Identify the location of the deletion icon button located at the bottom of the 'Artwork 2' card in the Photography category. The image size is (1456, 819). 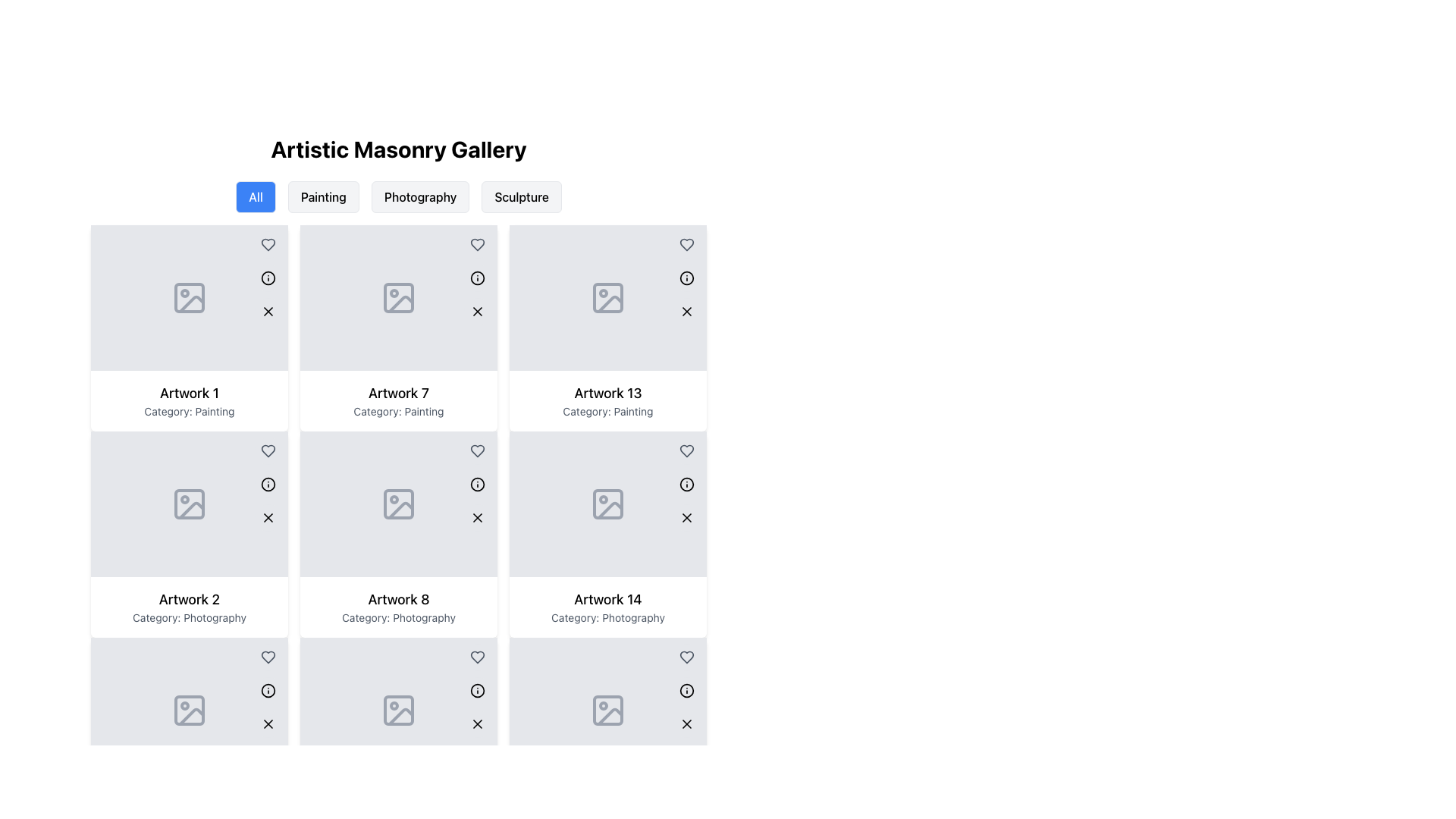
(268, 723).